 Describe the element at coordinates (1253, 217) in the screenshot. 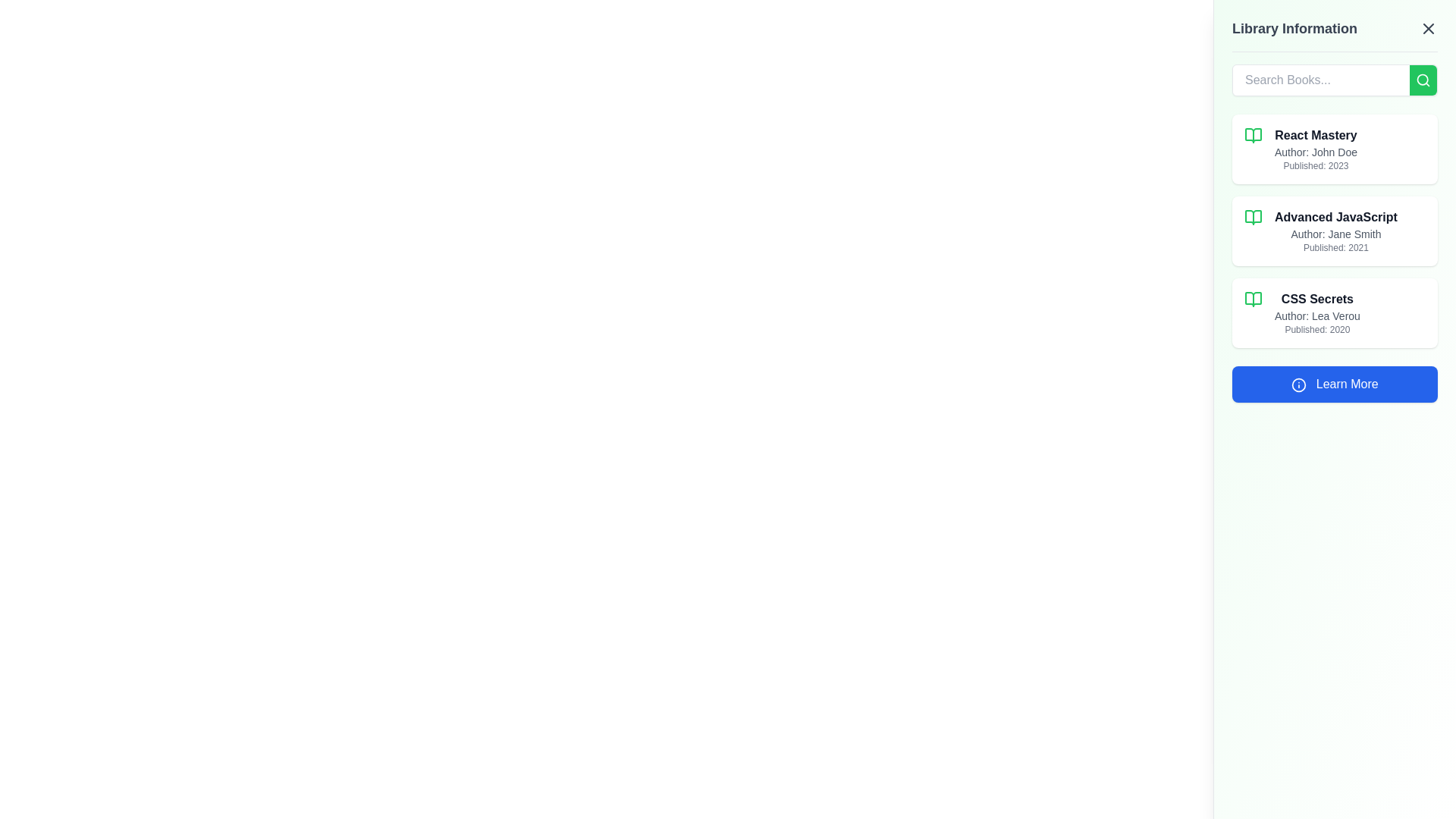

I see `the green rounded corner SVG book icon located at the top-left corner of the list entry labeled 'Advanced JavaScript.'` at that location.